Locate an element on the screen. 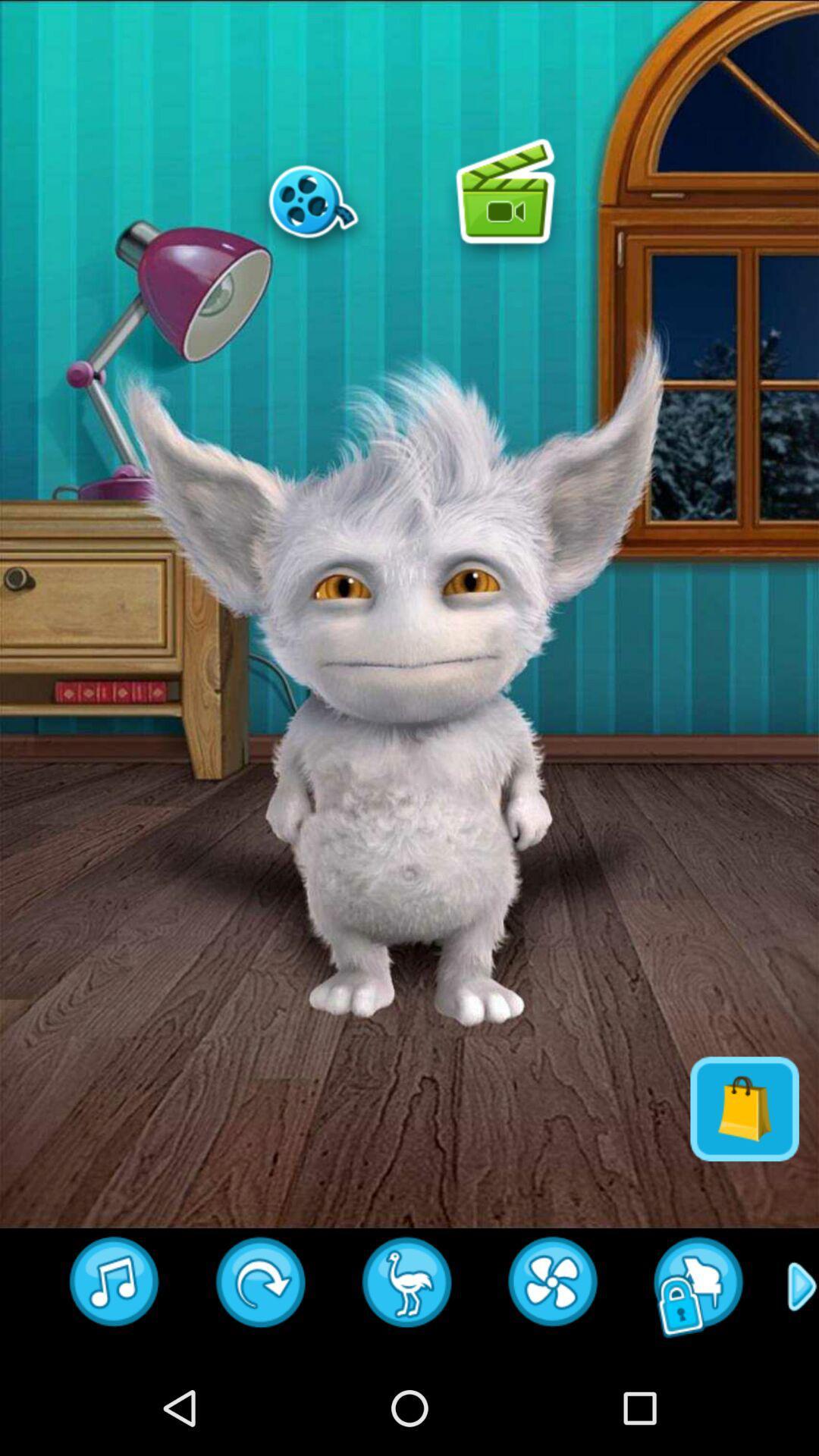 The height and width of the screenshot is (1456, 819). play is located at coordinates (505, 200).